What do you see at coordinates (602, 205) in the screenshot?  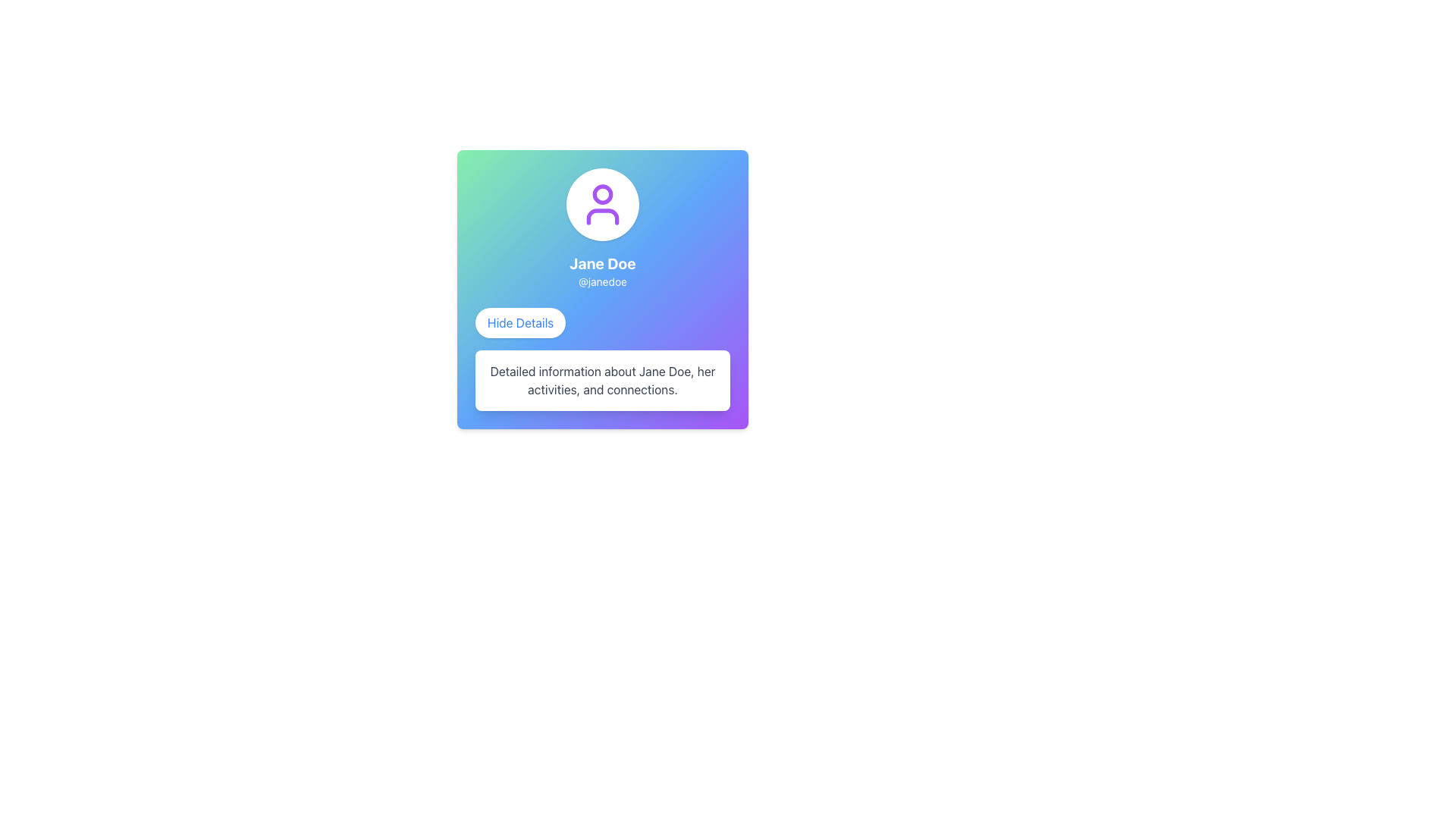 I see `the user profile icon, which is centrally located within a circular white background at the top of the card, above the 'Jane Doe' text and the '@janedoe' handle` at bounding box center [602, 205].